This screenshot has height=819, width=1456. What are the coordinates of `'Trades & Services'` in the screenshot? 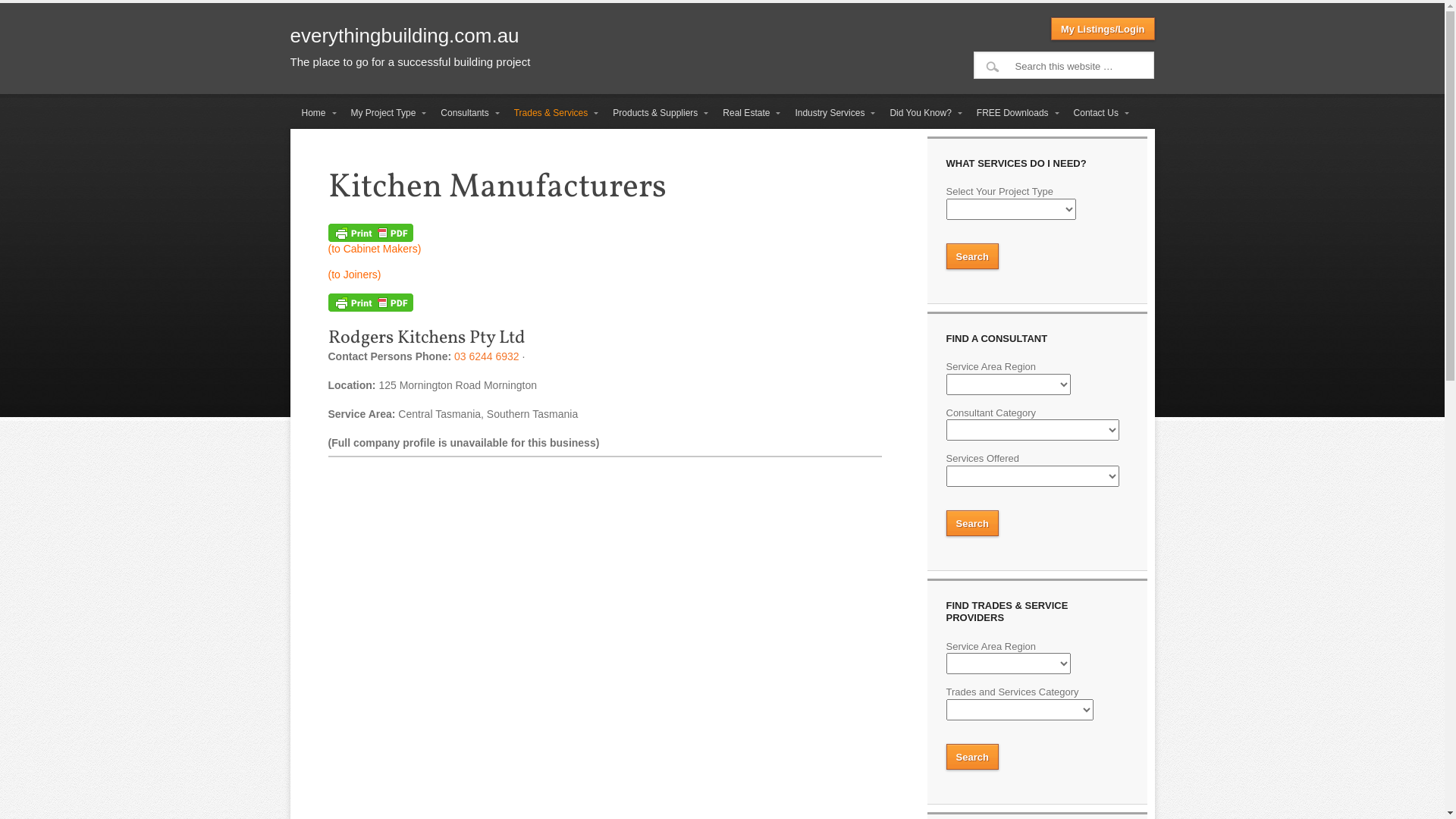 It's located at (551, 112).